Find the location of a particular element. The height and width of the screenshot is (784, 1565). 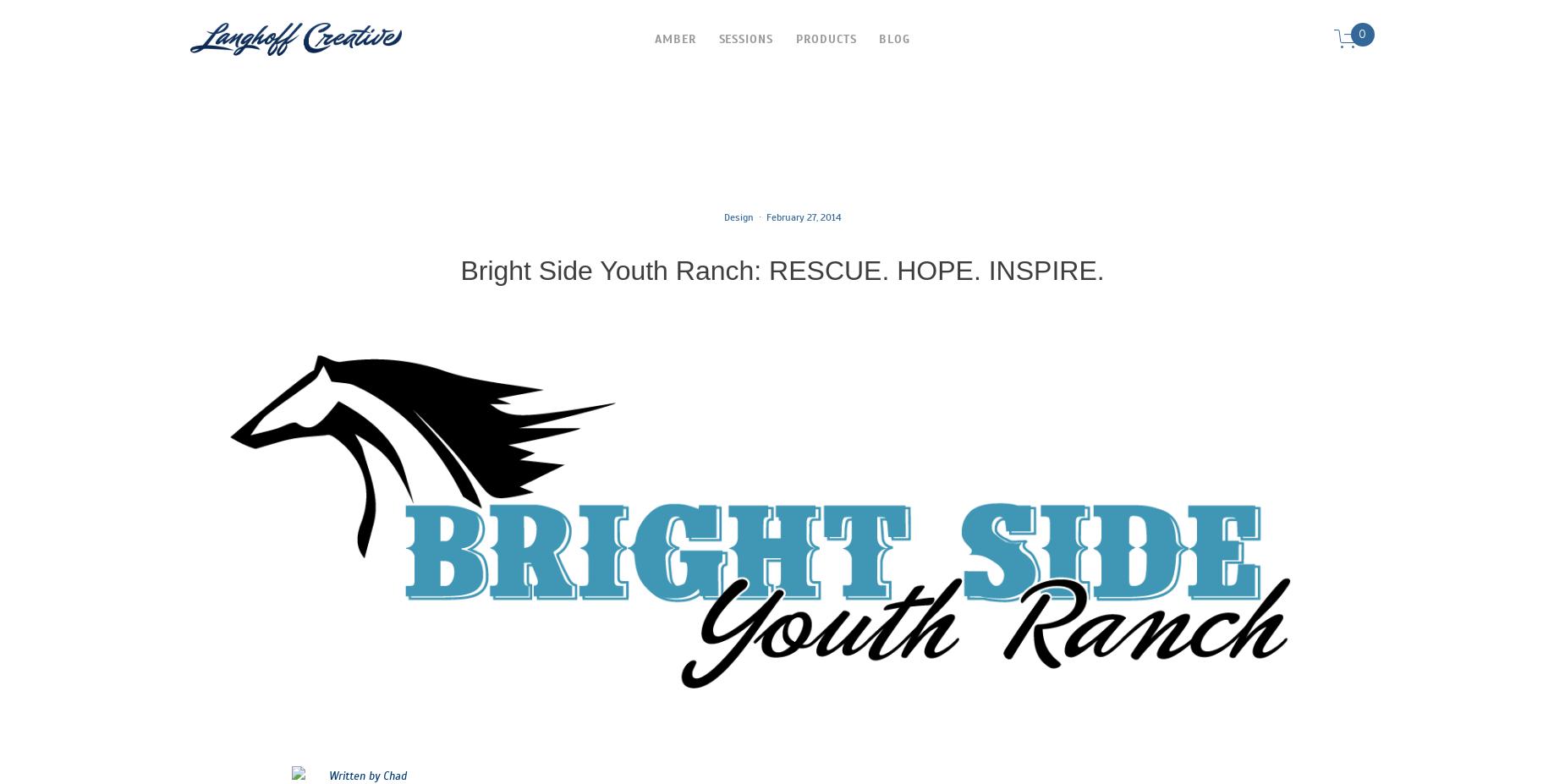

'February 27, 2014' is located at coordinates (802, 217).